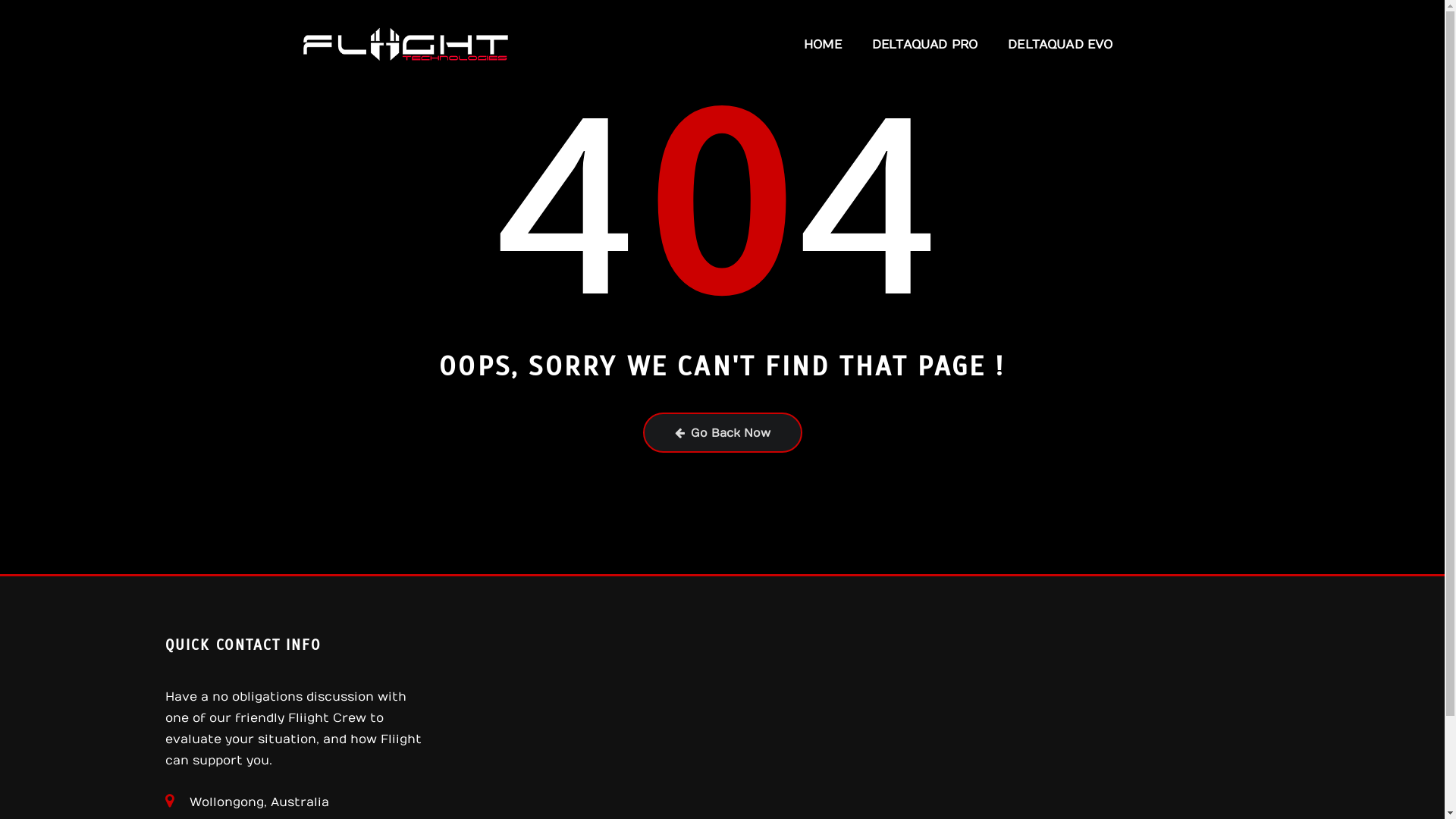  What do you see at coordinates (789, 43) in the screenshot?
I see `'HOME'` at bounding box center [789, 43].